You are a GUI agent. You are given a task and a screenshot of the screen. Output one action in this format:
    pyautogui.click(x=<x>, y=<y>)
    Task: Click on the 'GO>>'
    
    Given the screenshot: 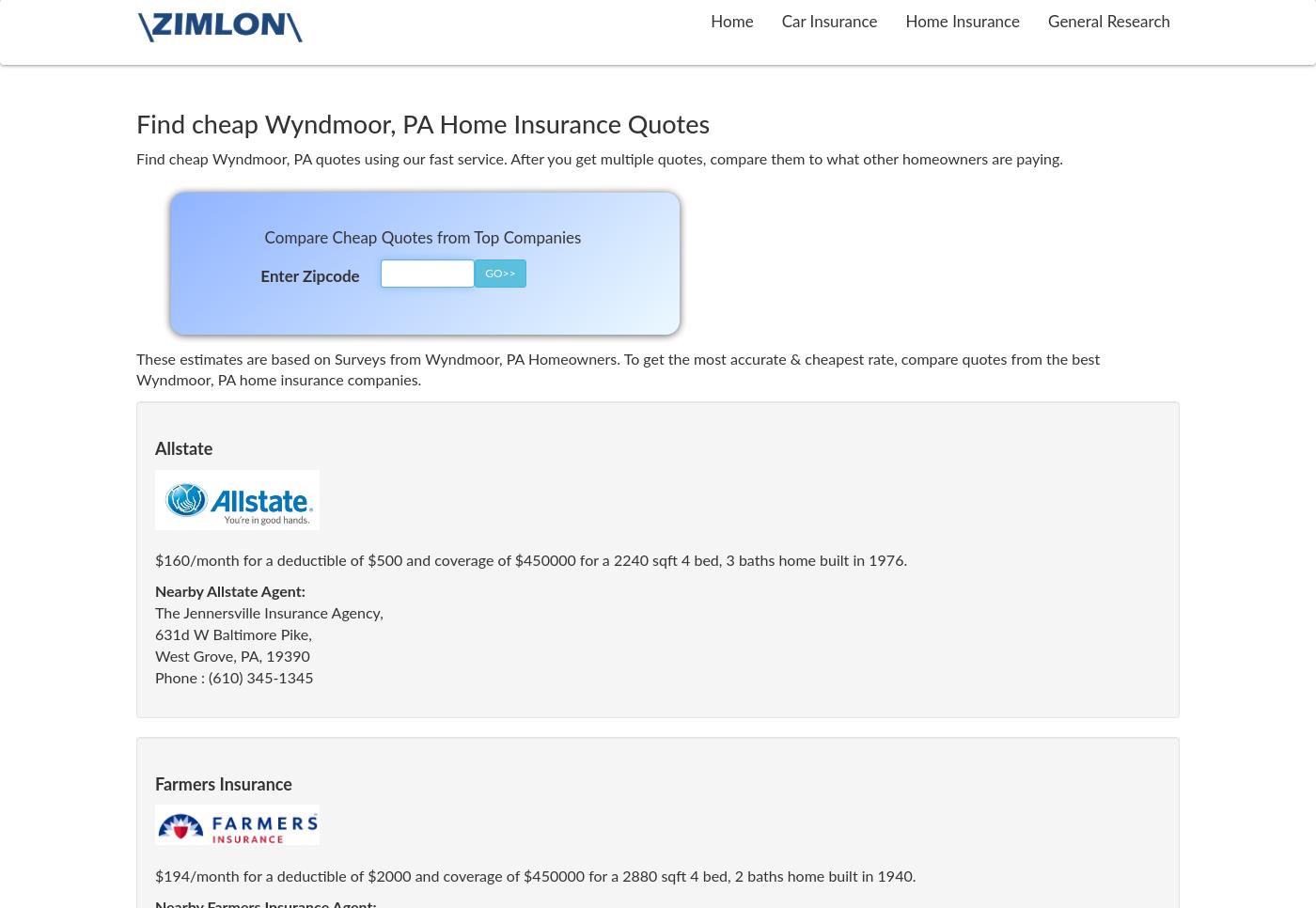 What is the action you would take?
    pyautogui.click(x=500, y=271)
    